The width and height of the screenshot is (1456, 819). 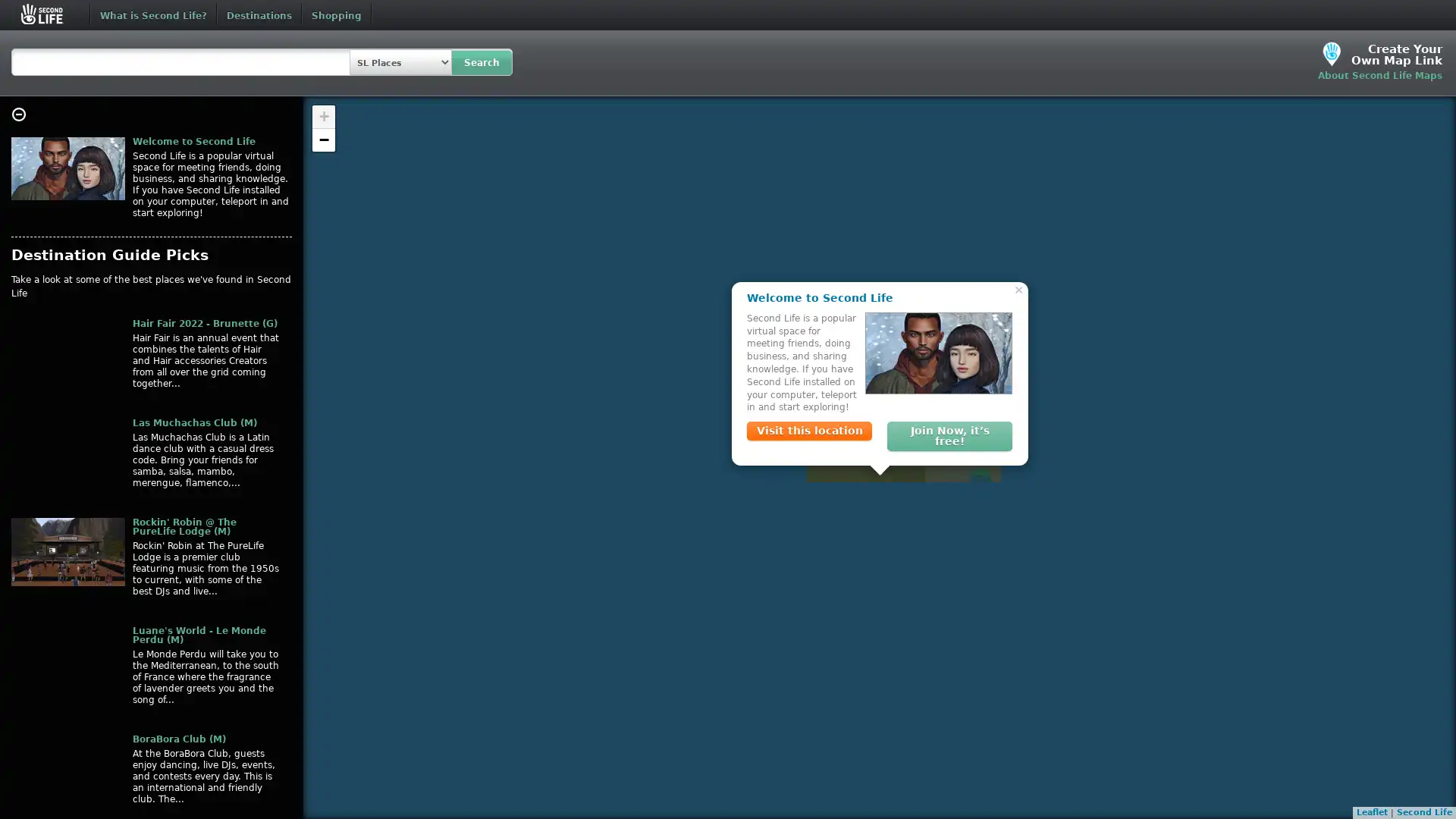 I want to click on Search, so click(x=481, y=63).